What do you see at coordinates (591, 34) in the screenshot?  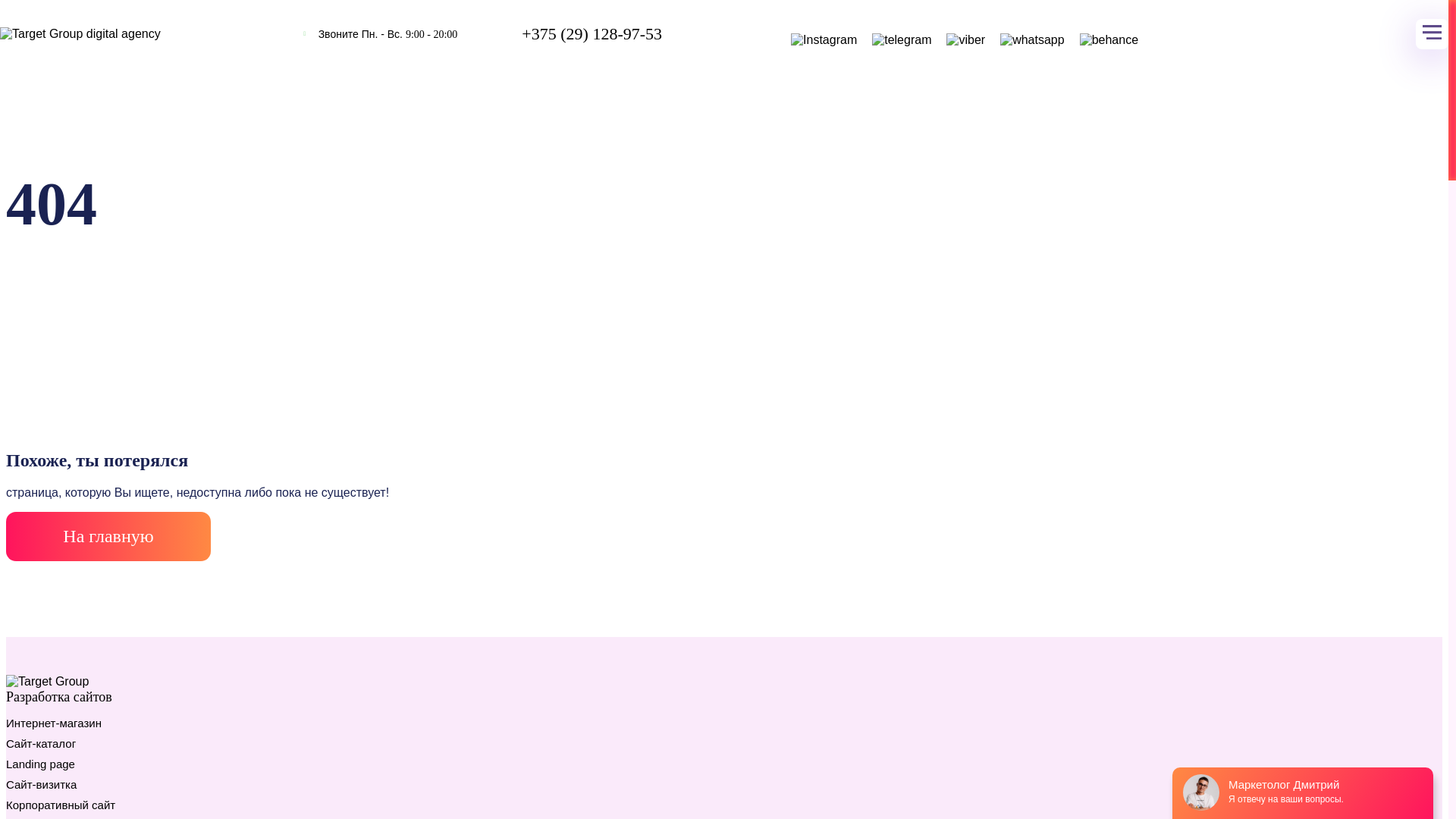 I see `'+375 (29) 128-97-53'` at bounding box center [591, 34].